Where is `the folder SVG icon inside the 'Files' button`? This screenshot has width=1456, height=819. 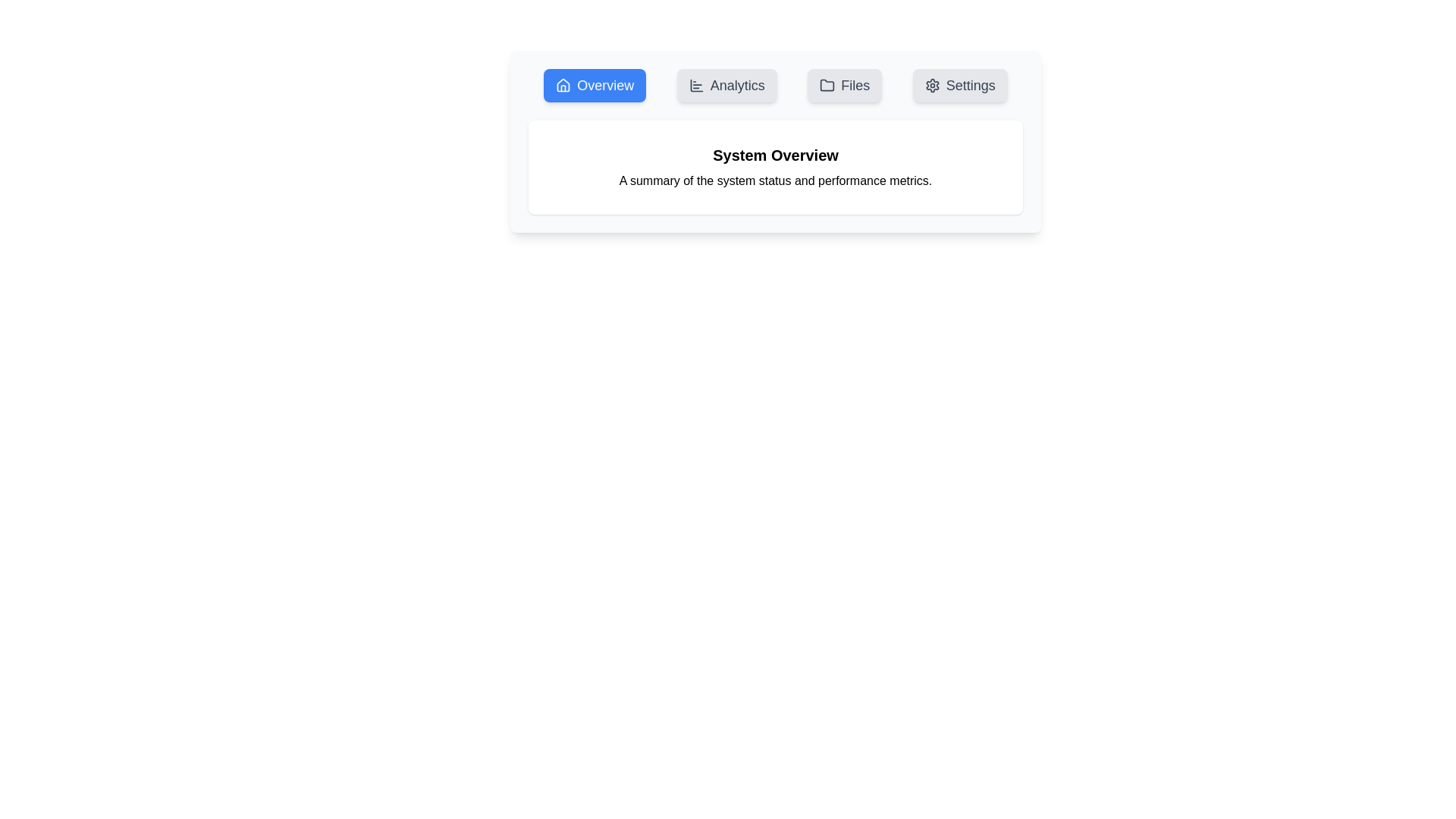
the folder SVG icon inside the 'Files' button is located at coordinates (827, 85).